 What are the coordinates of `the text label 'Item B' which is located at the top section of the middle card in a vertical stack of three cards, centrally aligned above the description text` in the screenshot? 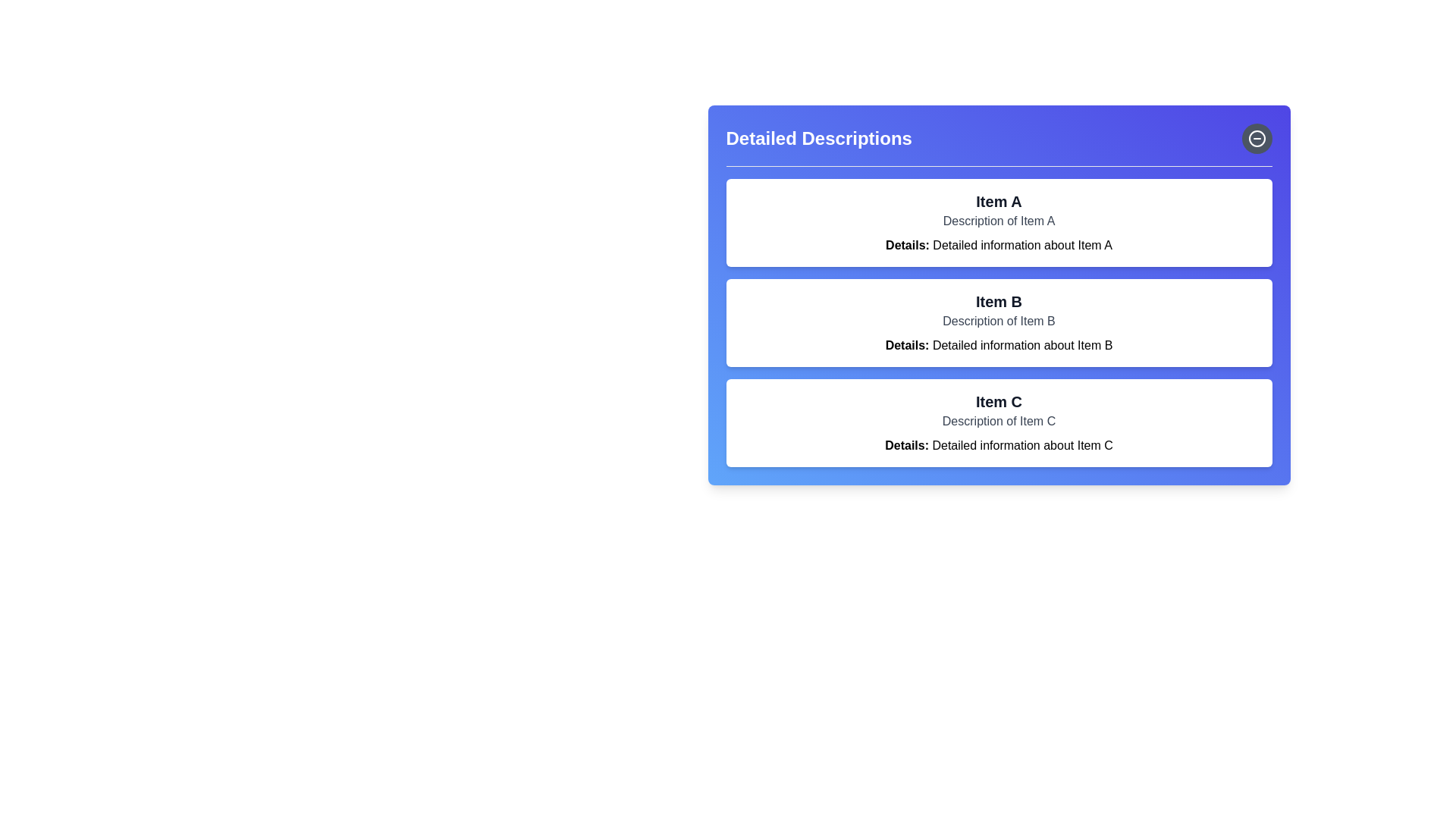 It's located at (999, 301).